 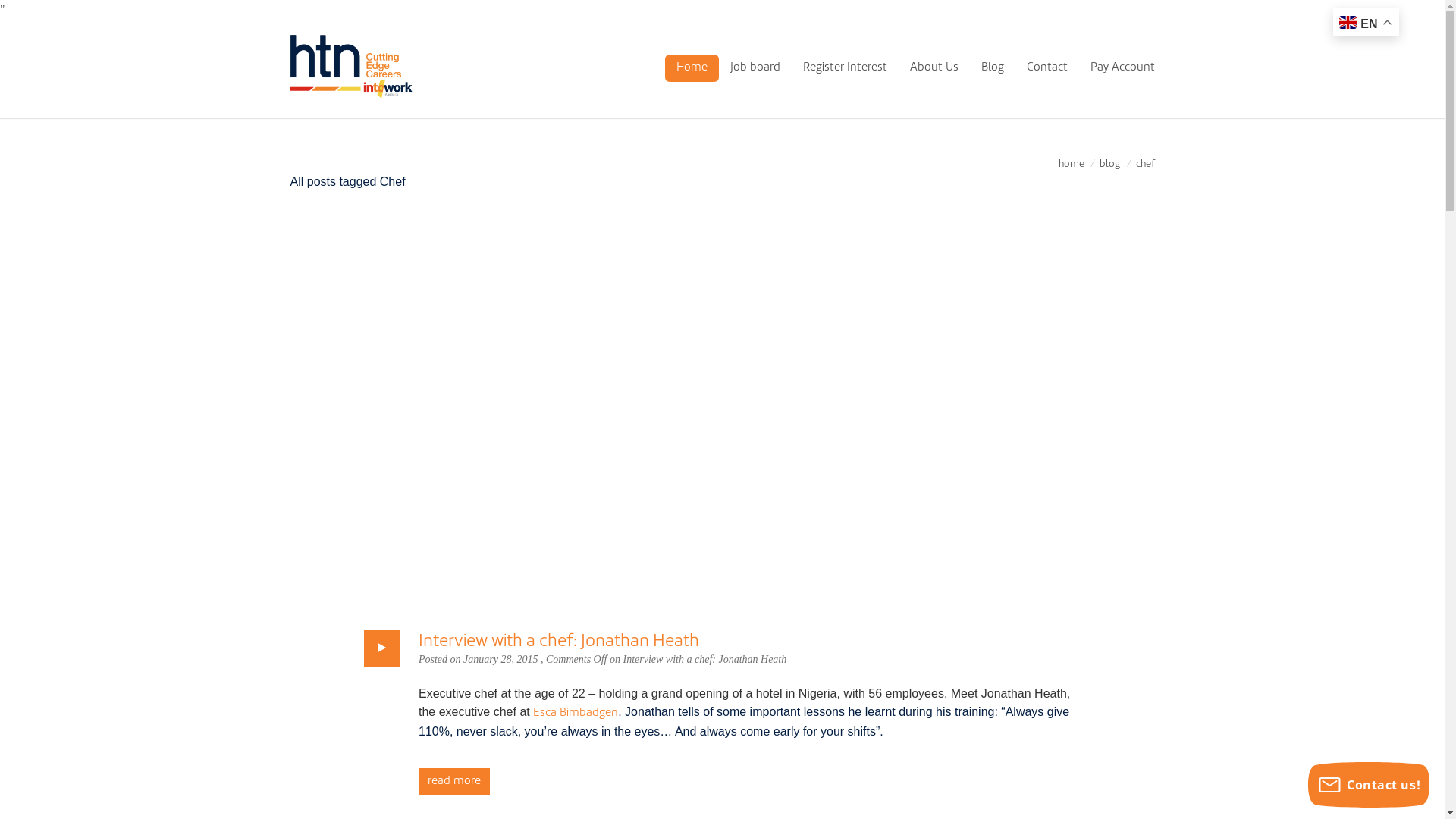 What do you see at coordinates (1077, 67) in the screenshot?
I see `'Pay Account'` at bounding box center [1077, 67].